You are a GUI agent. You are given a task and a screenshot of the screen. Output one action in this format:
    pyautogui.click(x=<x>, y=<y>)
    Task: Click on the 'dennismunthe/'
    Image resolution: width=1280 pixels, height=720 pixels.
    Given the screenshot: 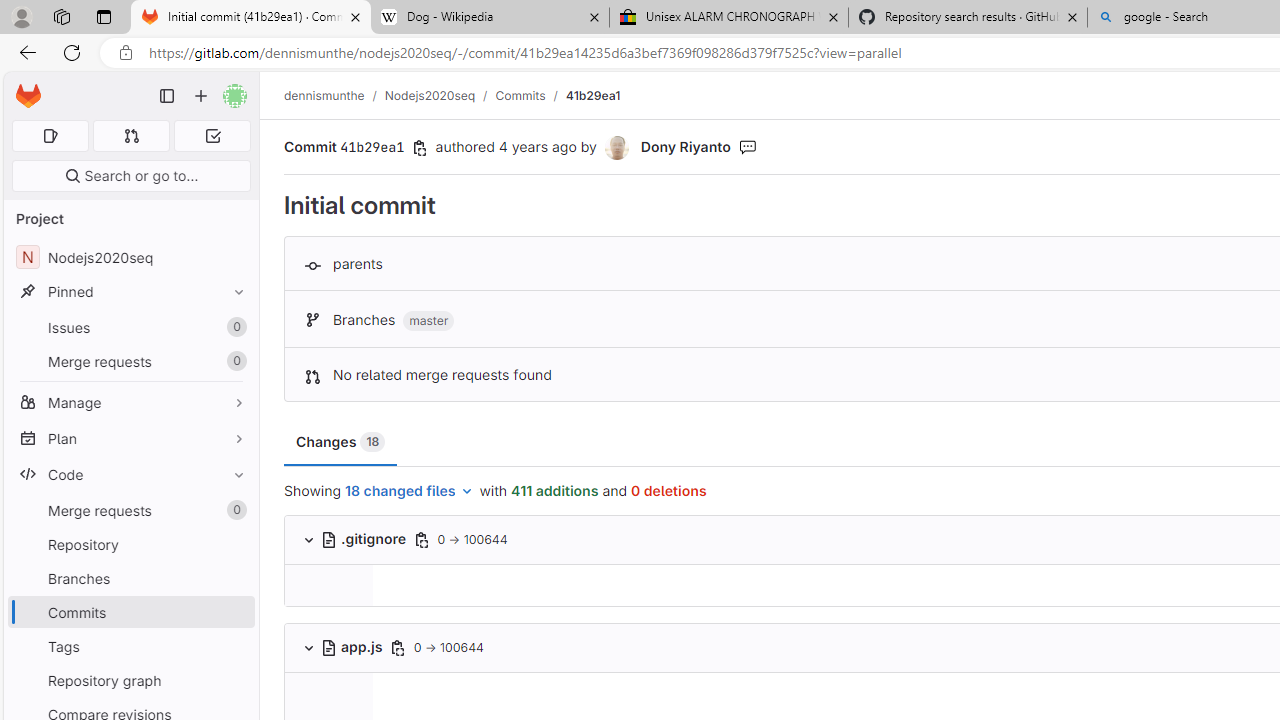 What is the action you would take?
    pyautogui.click(x=334, y=95)
    